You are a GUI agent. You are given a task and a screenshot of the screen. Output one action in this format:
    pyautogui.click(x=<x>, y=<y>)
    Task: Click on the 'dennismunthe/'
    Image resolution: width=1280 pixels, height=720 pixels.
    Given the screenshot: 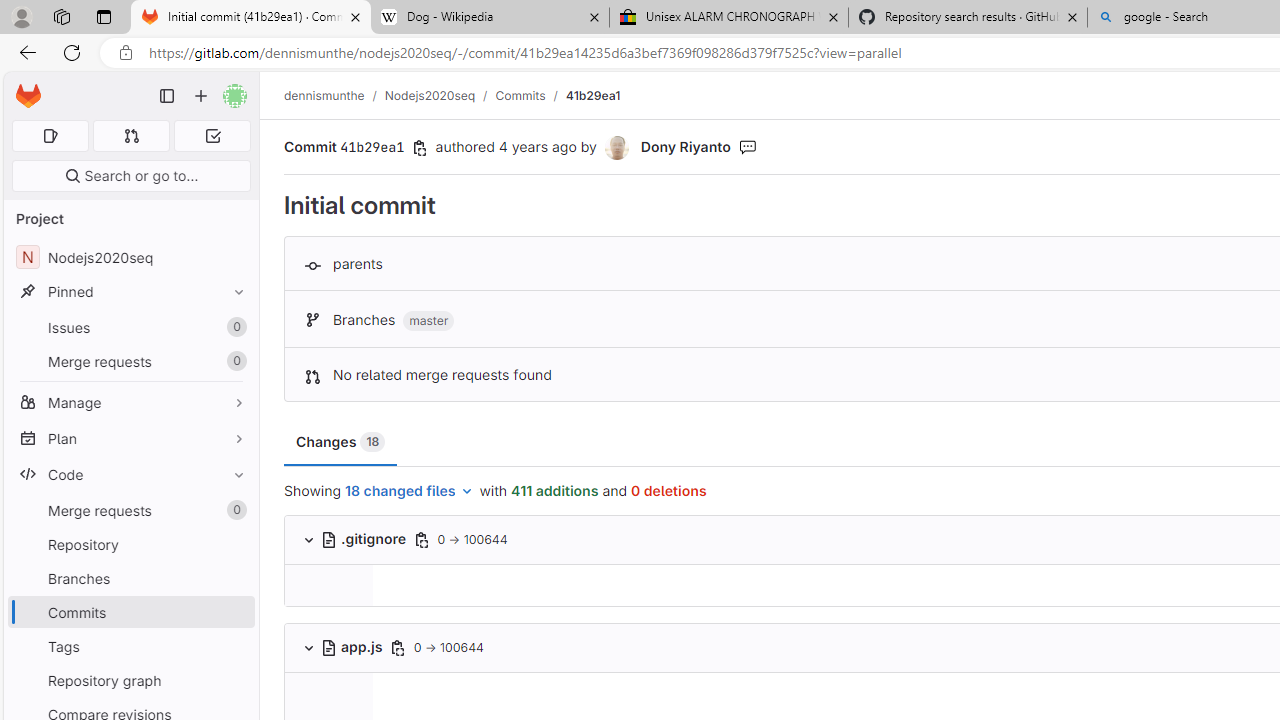 What is the action you would take?
    pyautogui.click(x=334, y=95)
    